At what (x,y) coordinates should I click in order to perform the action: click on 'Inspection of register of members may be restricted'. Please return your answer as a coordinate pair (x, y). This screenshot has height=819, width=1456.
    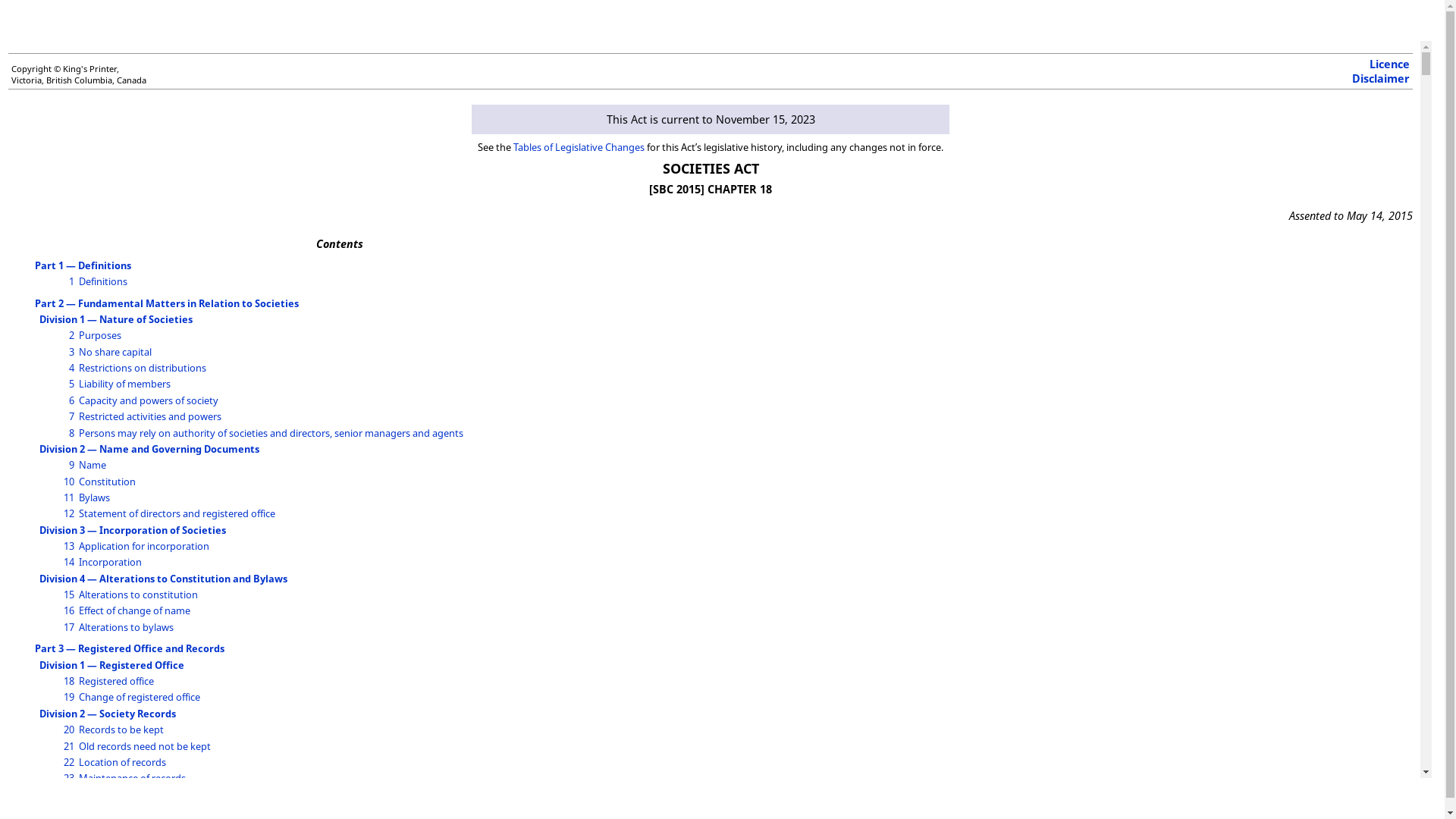
    Looking at the image, I should click on (195, 809).